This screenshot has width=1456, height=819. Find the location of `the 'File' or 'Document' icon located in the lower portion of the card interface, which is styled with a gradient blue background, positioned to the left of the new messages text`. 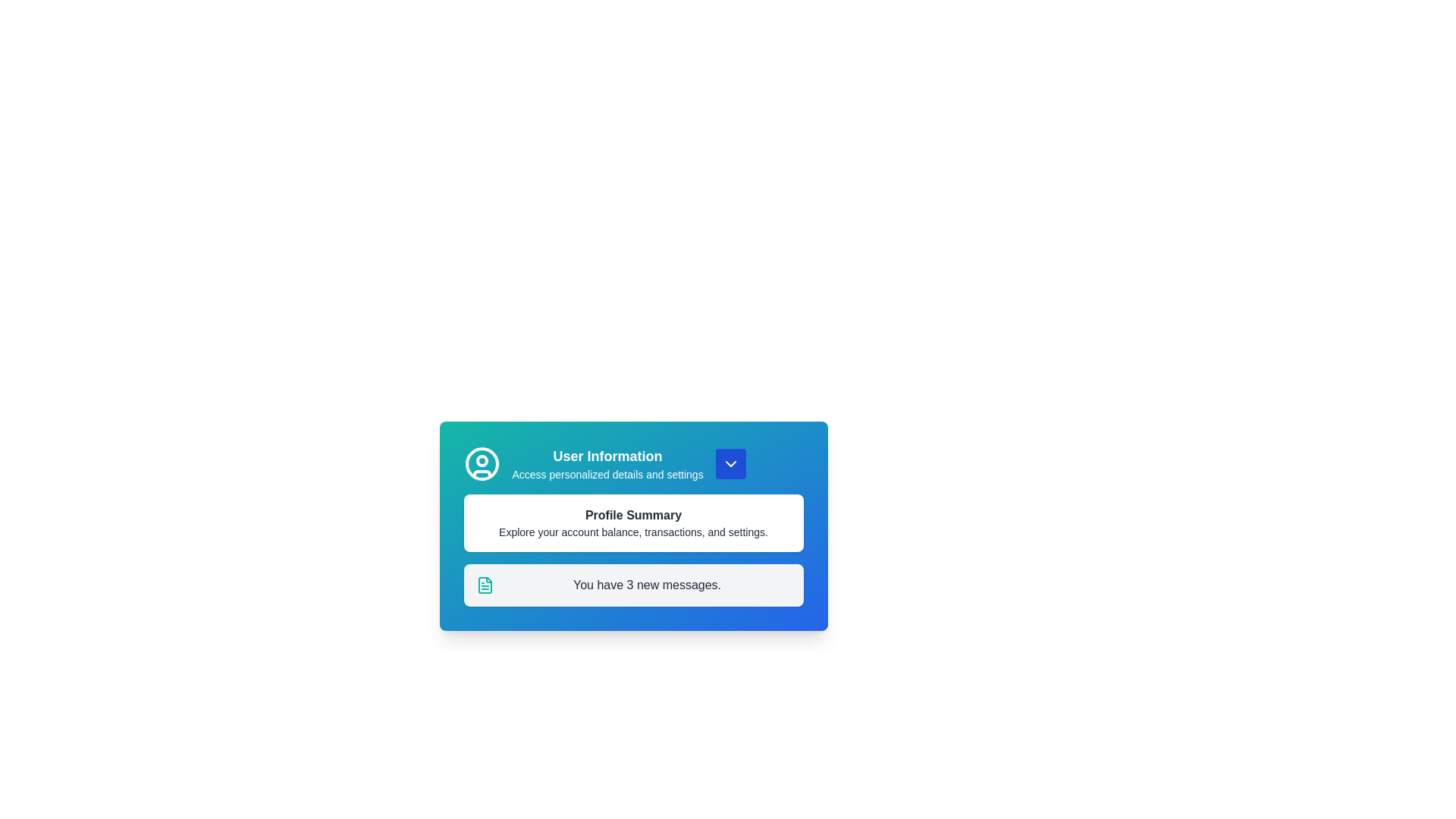

the 'File' or 'Document' icon located in the lower portion of the card interface, which is styled with a gradient blue background, positioned to the left of the new messages text is located at coordinates (484, 584).